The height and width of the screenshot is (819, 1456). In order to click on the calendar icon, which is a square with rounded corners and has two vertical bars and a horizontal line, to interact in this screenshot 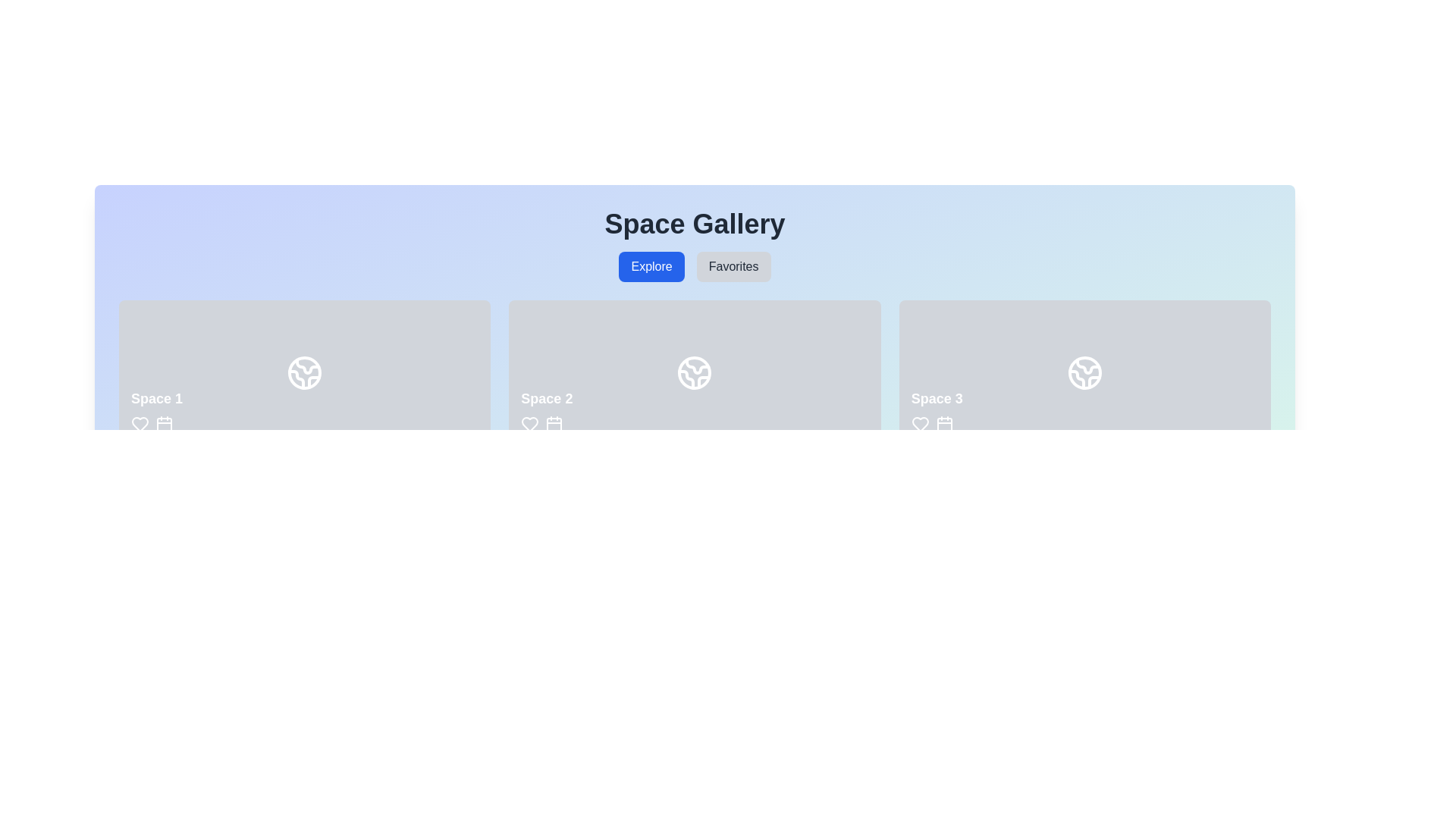, I will do `click(943, 424)`.